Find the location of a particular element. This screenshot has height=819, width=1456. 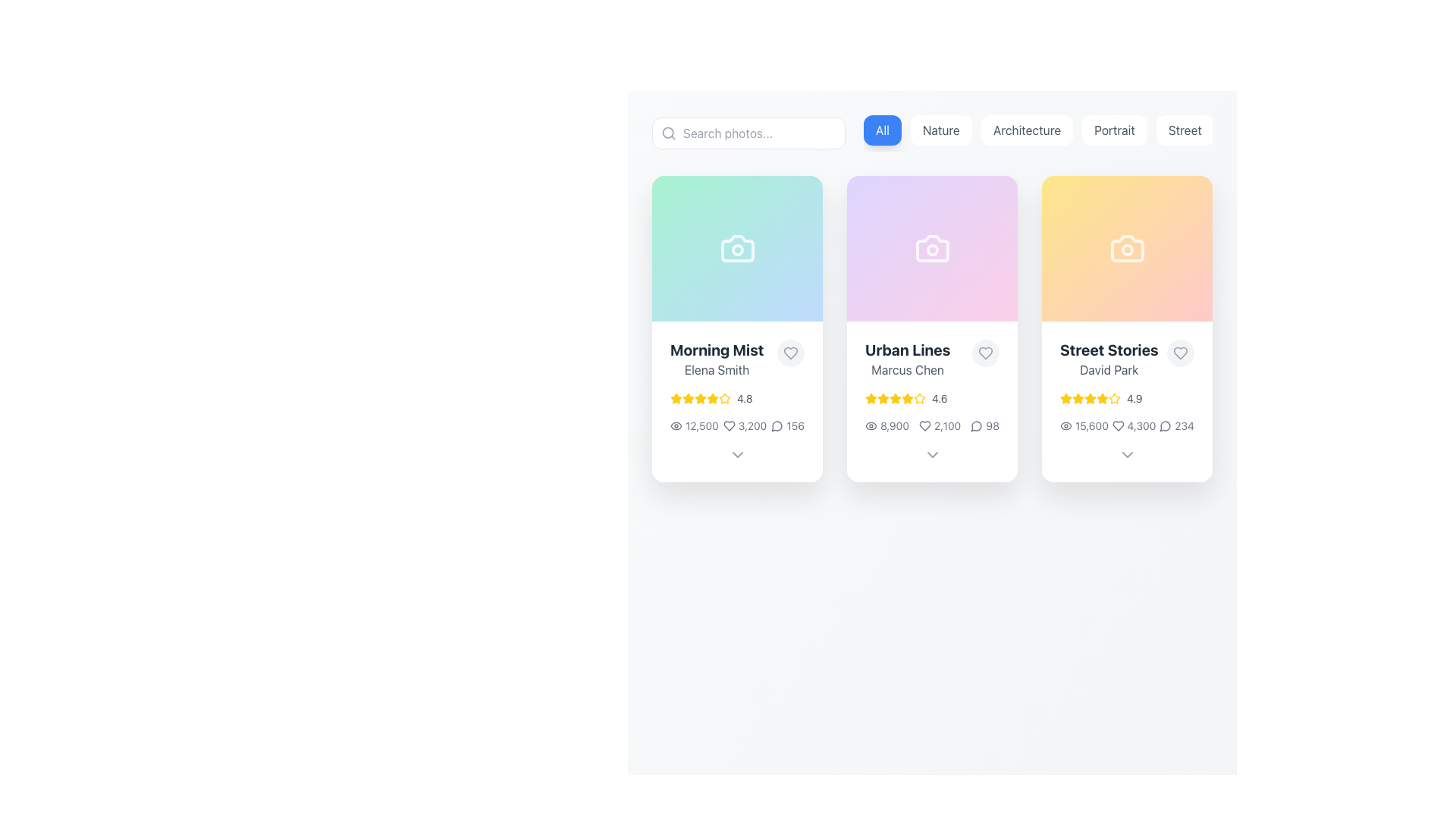

the 'Architecture' filter button located in the upper center of the interface, which is the third button from the left in the button group is located at coordinates (1027, 130).